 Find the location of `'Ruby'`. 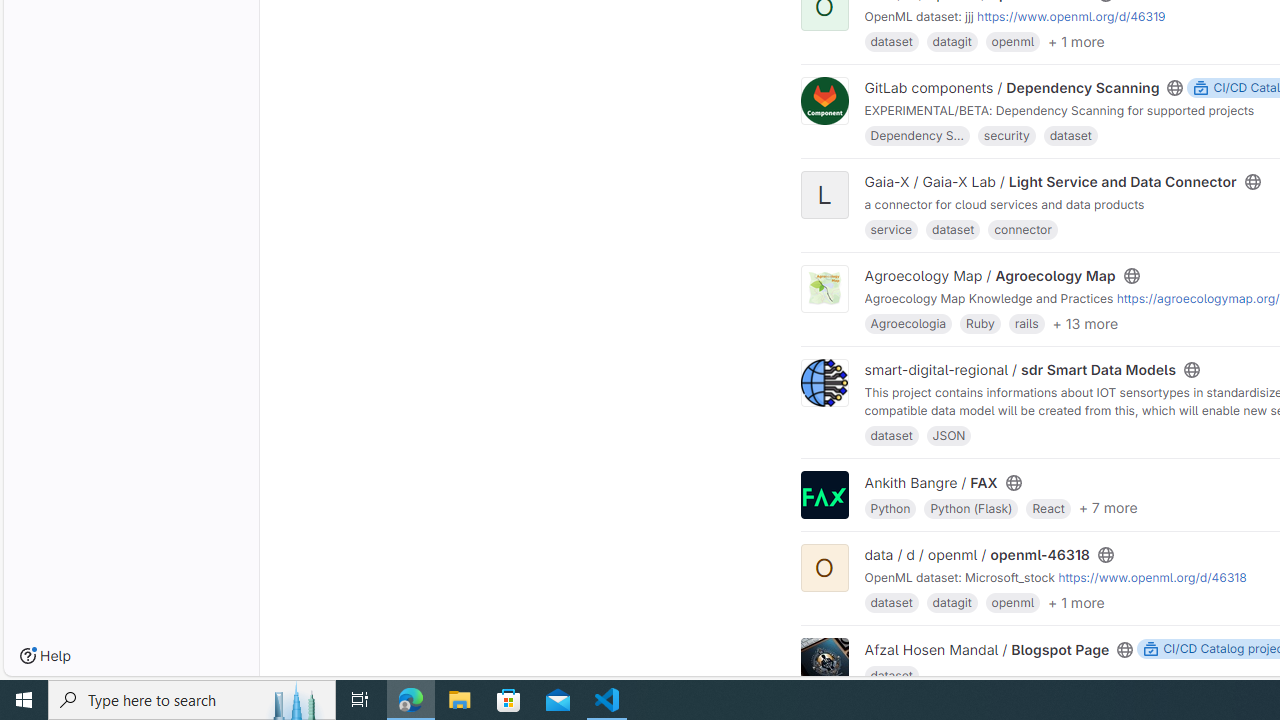

'Ruby' is located at coordinates (980, 322).